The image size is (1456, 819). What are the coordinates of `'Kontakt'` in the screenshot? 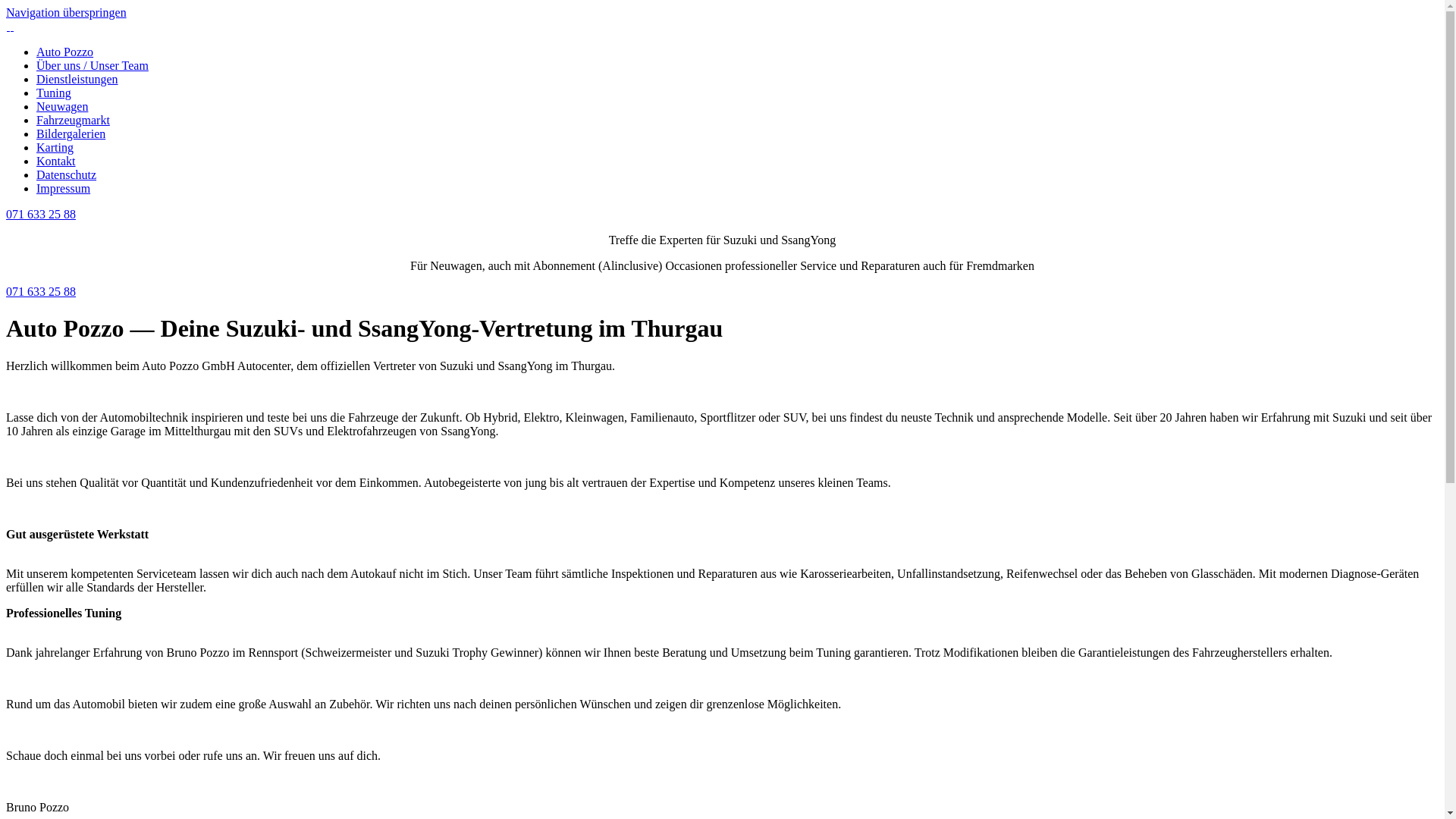 It's located at (36, 161).